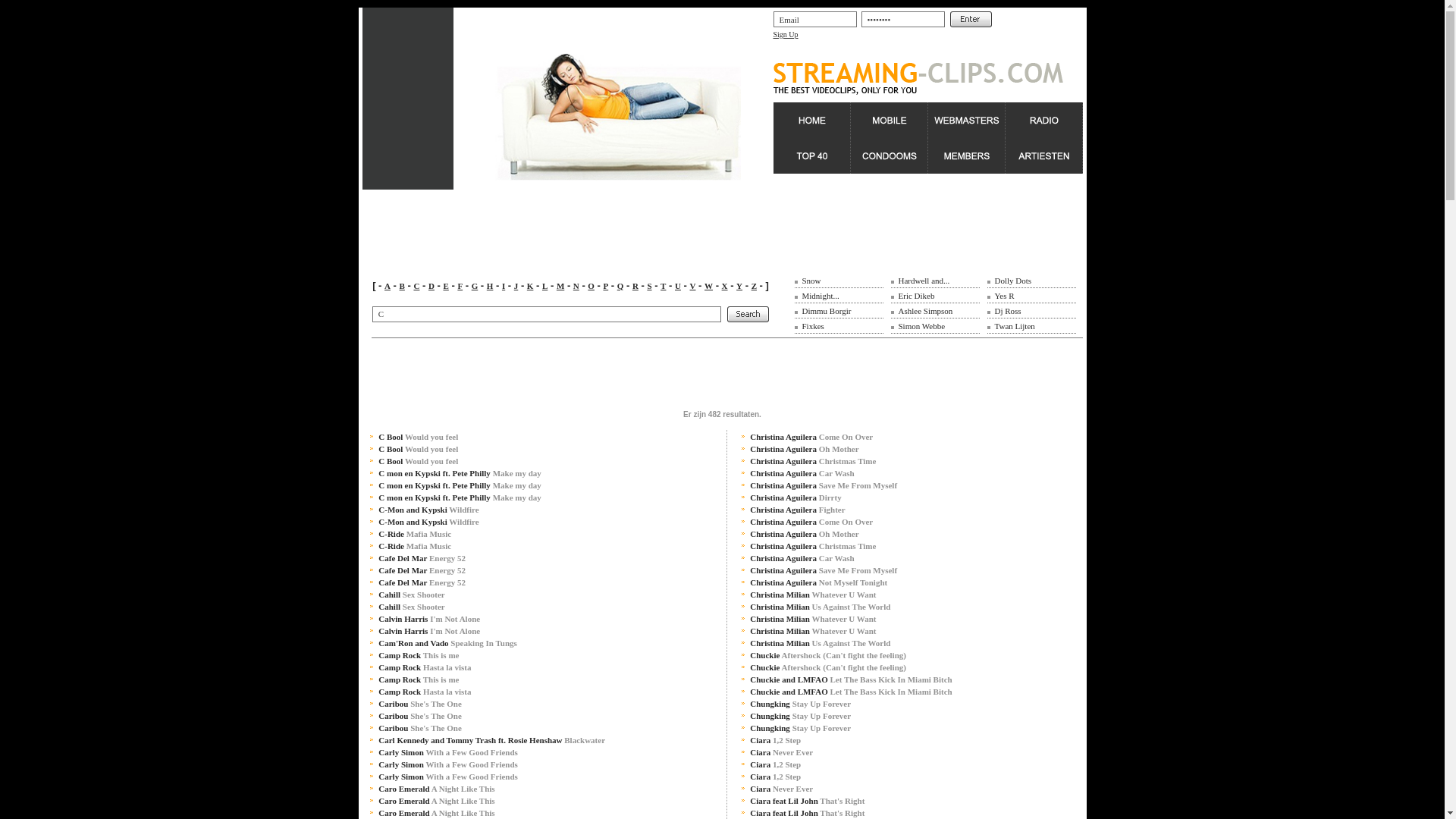 Image resolution: width=1456 pixels, height=819 pixels. I want to click on 'G', so click(471, 286).